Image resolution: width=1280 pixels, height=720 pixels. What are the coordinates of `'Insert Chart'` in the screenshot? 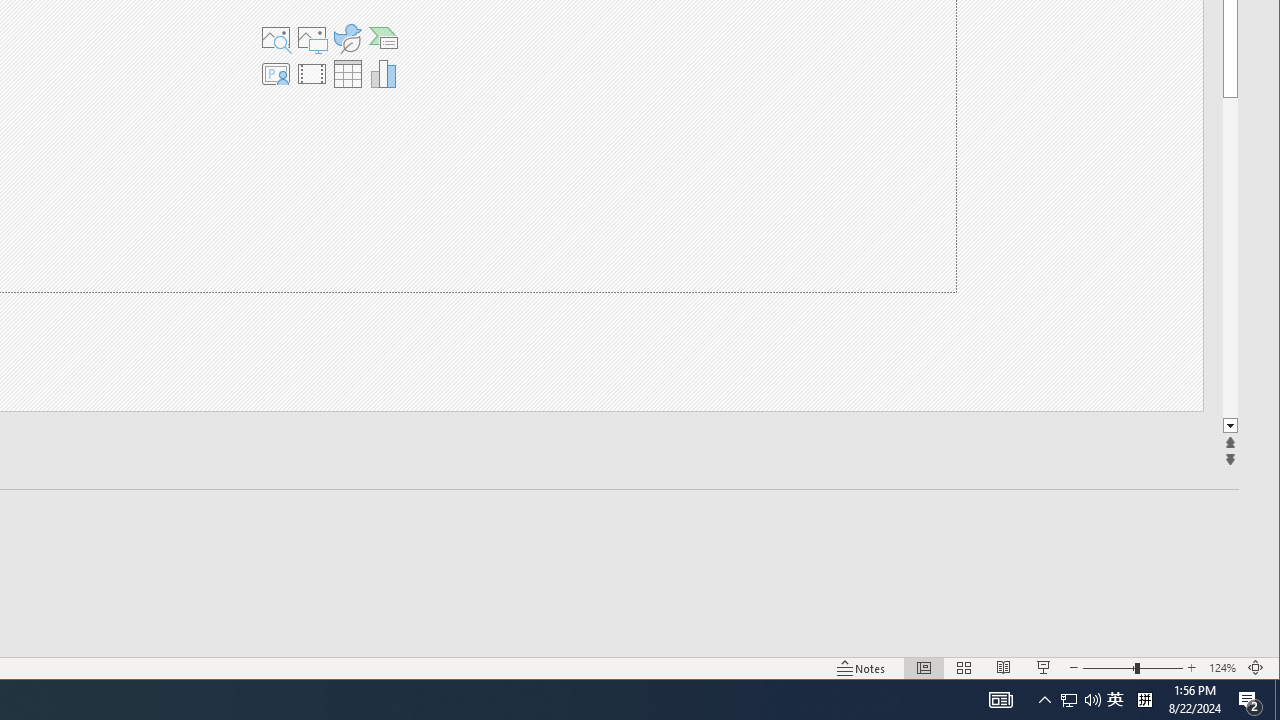 It's located at (384, 73).